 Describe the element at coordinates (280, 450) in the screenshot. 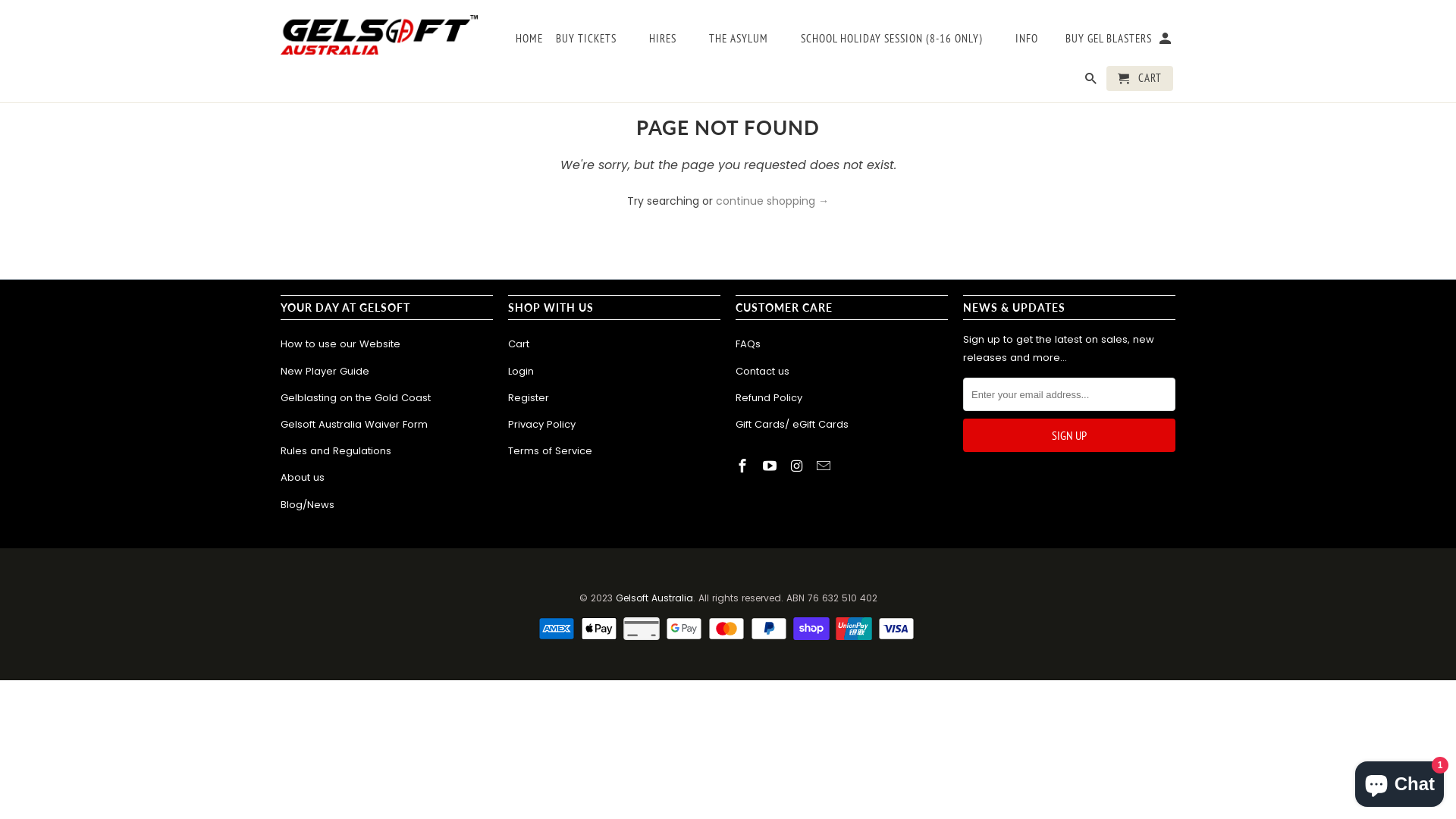

I see `'Rules and Regulations'` at that location.